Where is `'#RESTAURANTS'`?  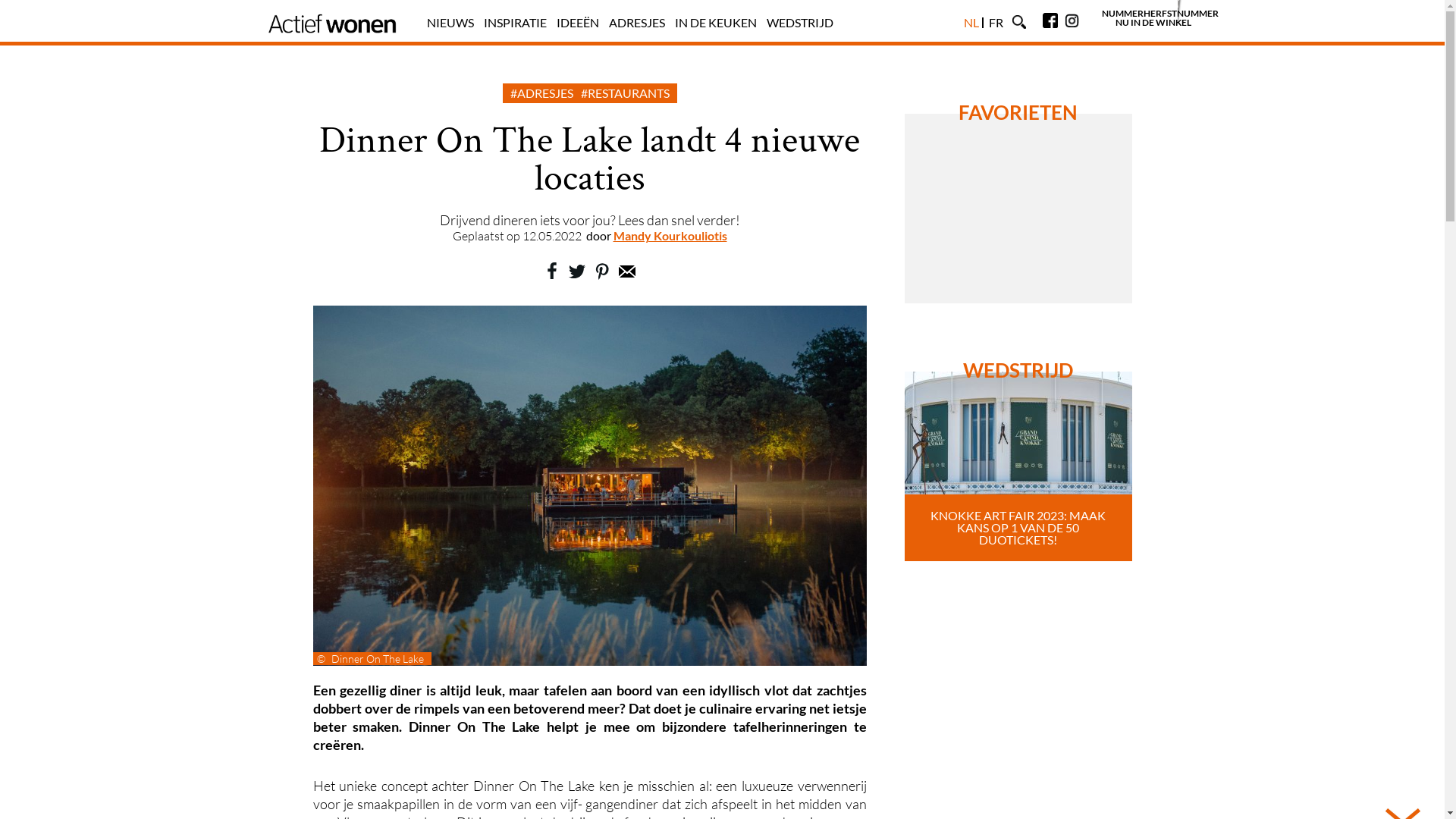 '#RESTAURANTS' is located at coordinates (625, 93).